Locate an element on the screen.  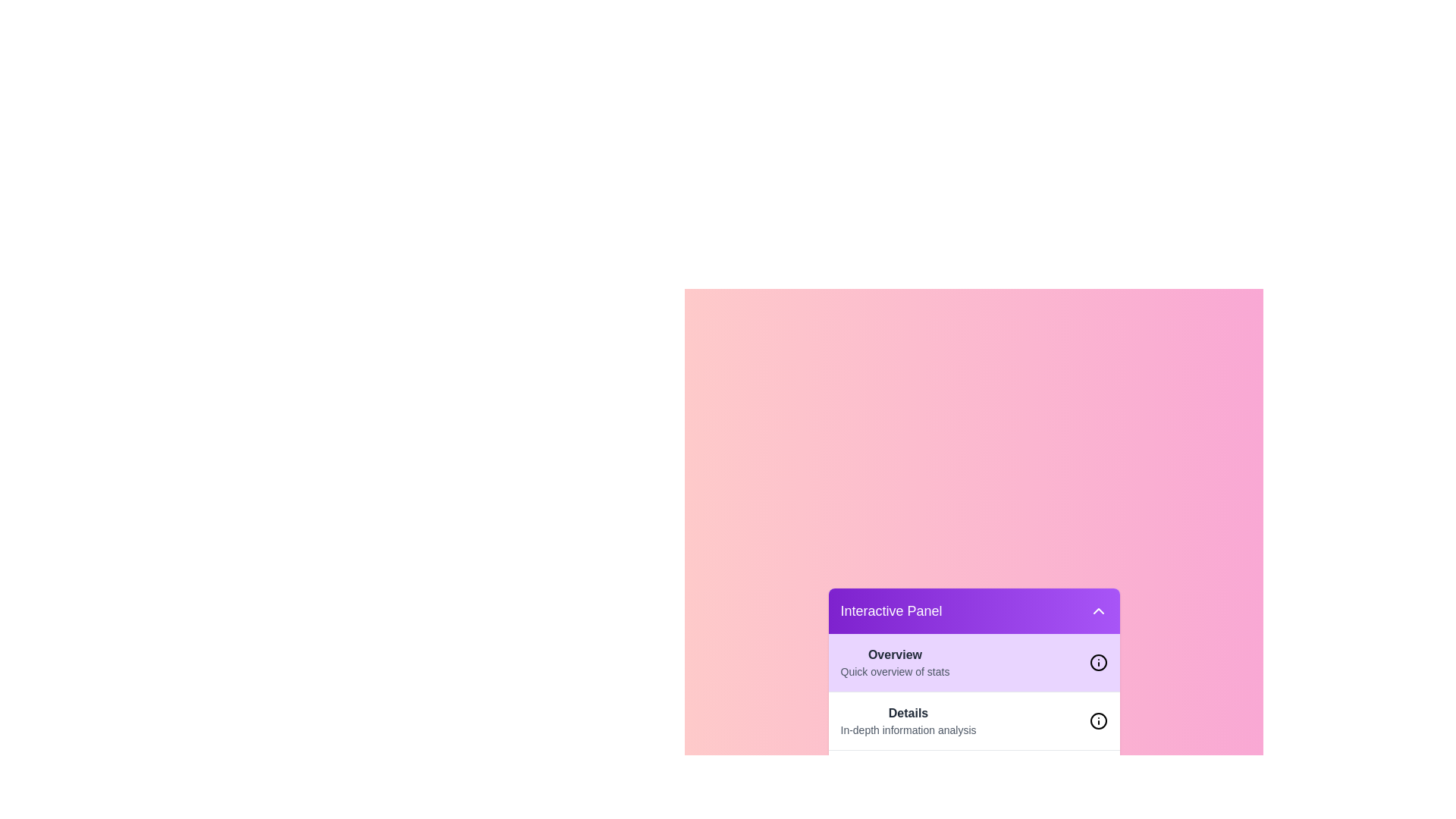
the chevron button to toggle the menu visibility is located at coordinates (1098, 610).